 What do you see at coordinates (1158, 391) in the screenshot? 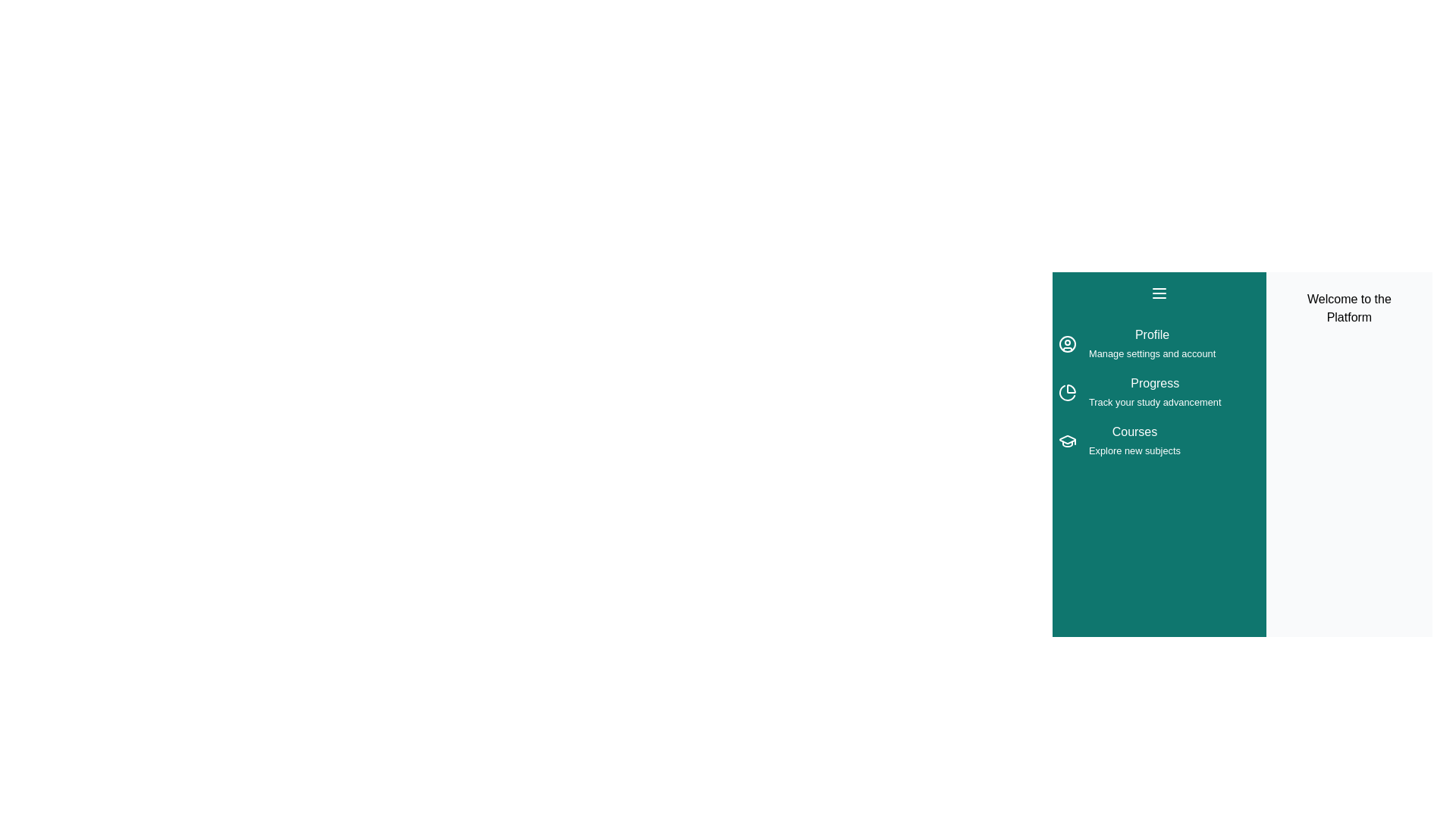
I see `the menu item Progress in the drawer` at bounding box center [1158, 391].